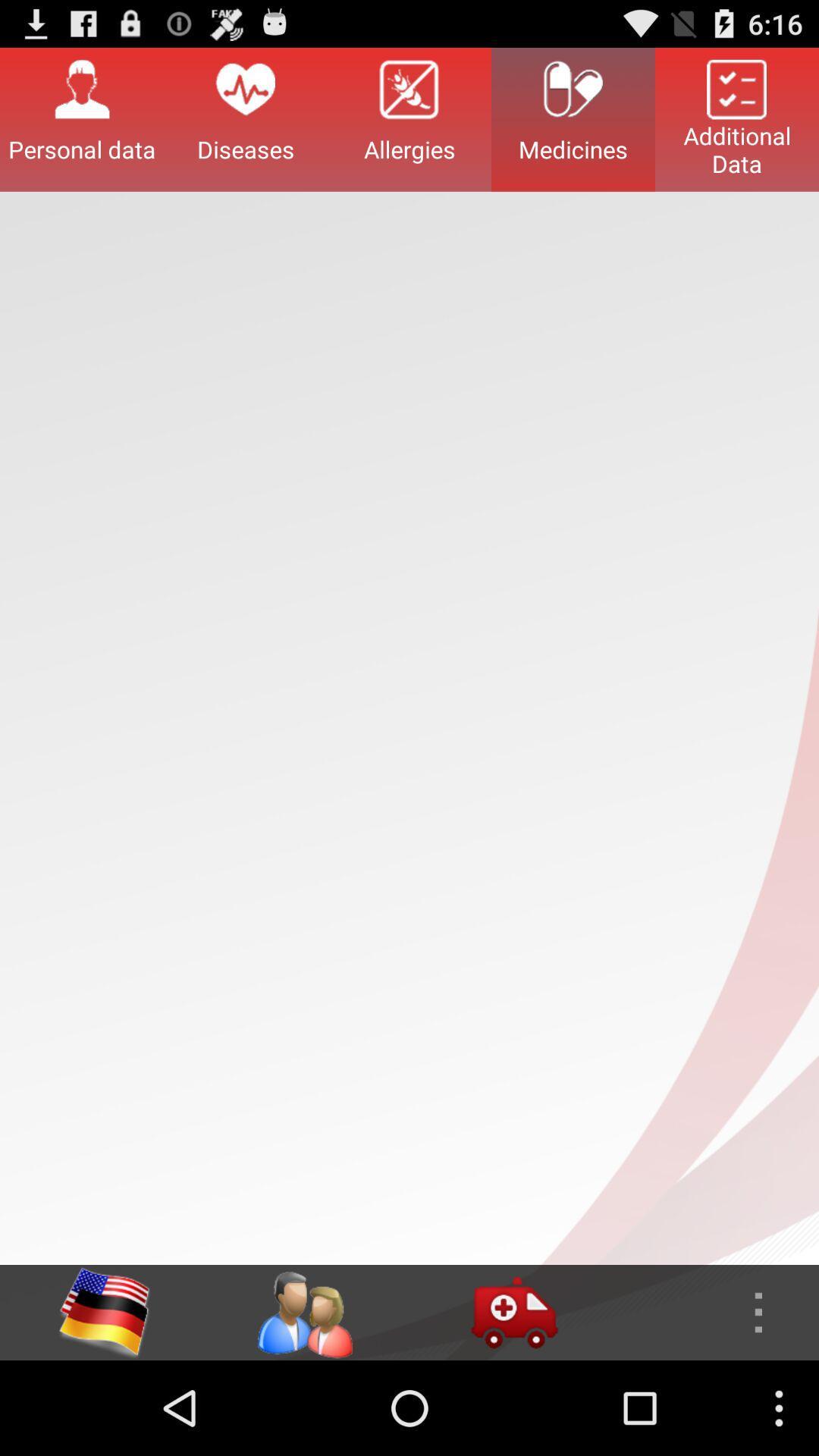 The height and width of the screenshot is (1456, 819). I want to click on brings up interactive menu, so click(714, 1312).